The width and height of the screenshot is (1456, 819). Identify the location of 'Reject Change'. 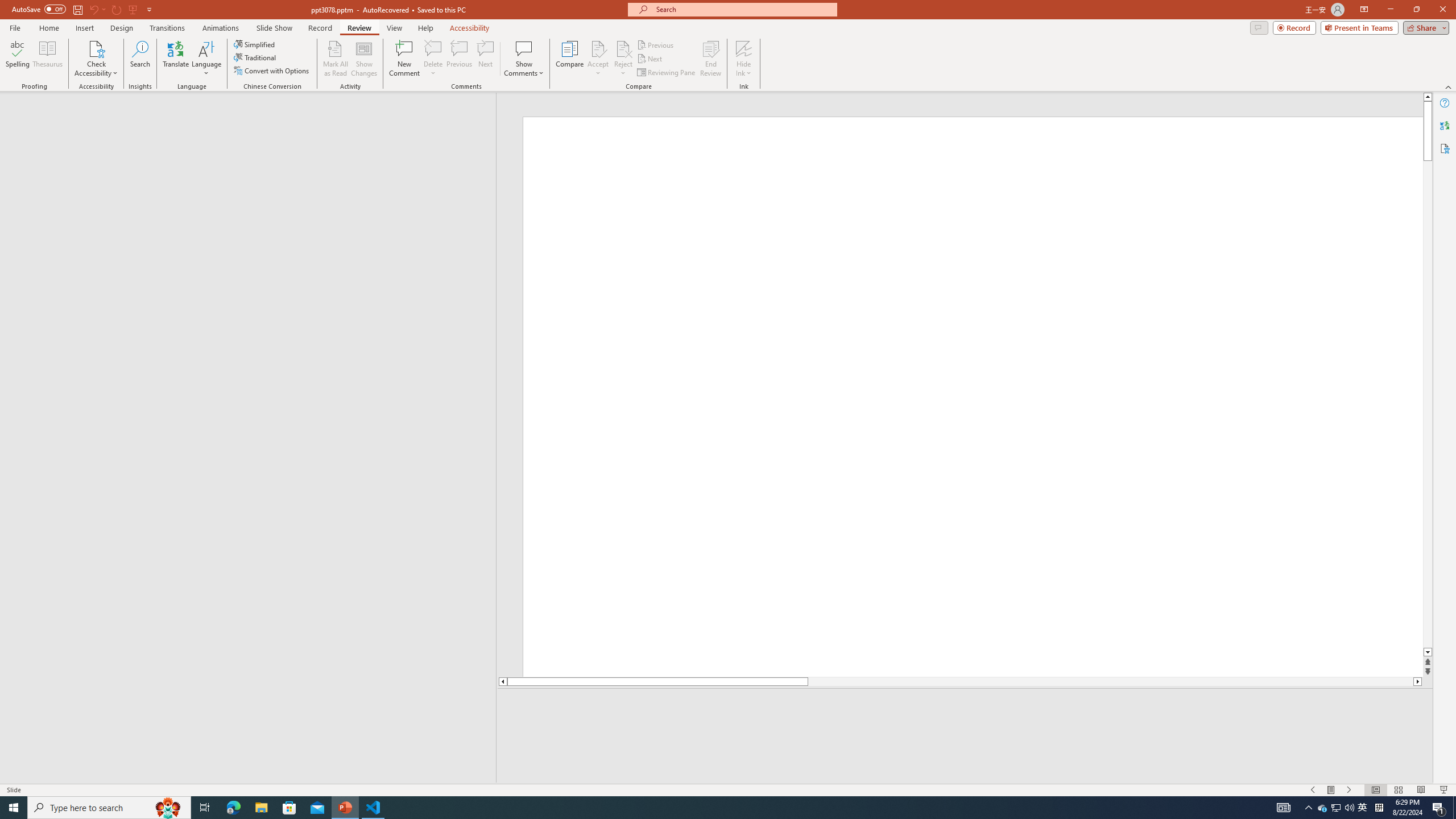
(622, 48).